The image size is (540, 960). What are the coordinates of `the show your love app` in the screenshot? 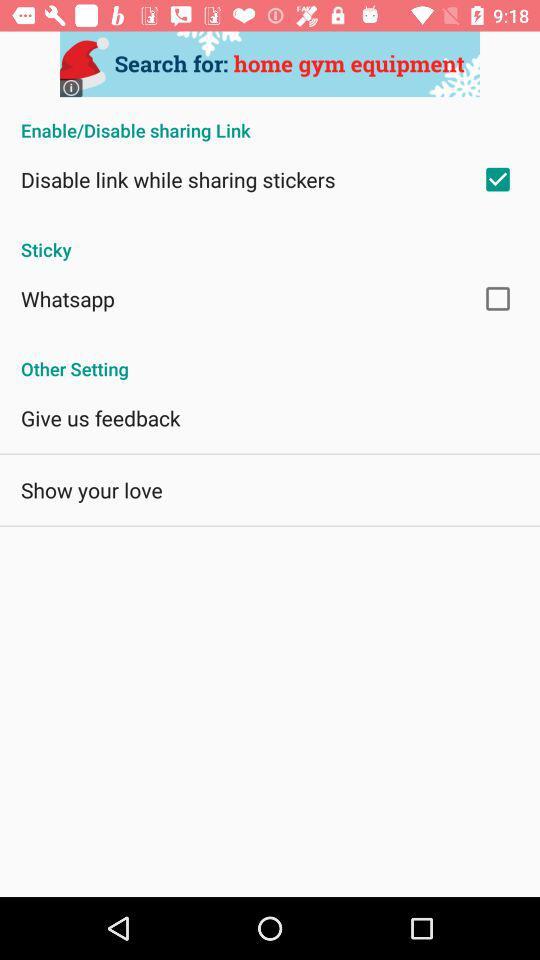 It's located at (90, 489).